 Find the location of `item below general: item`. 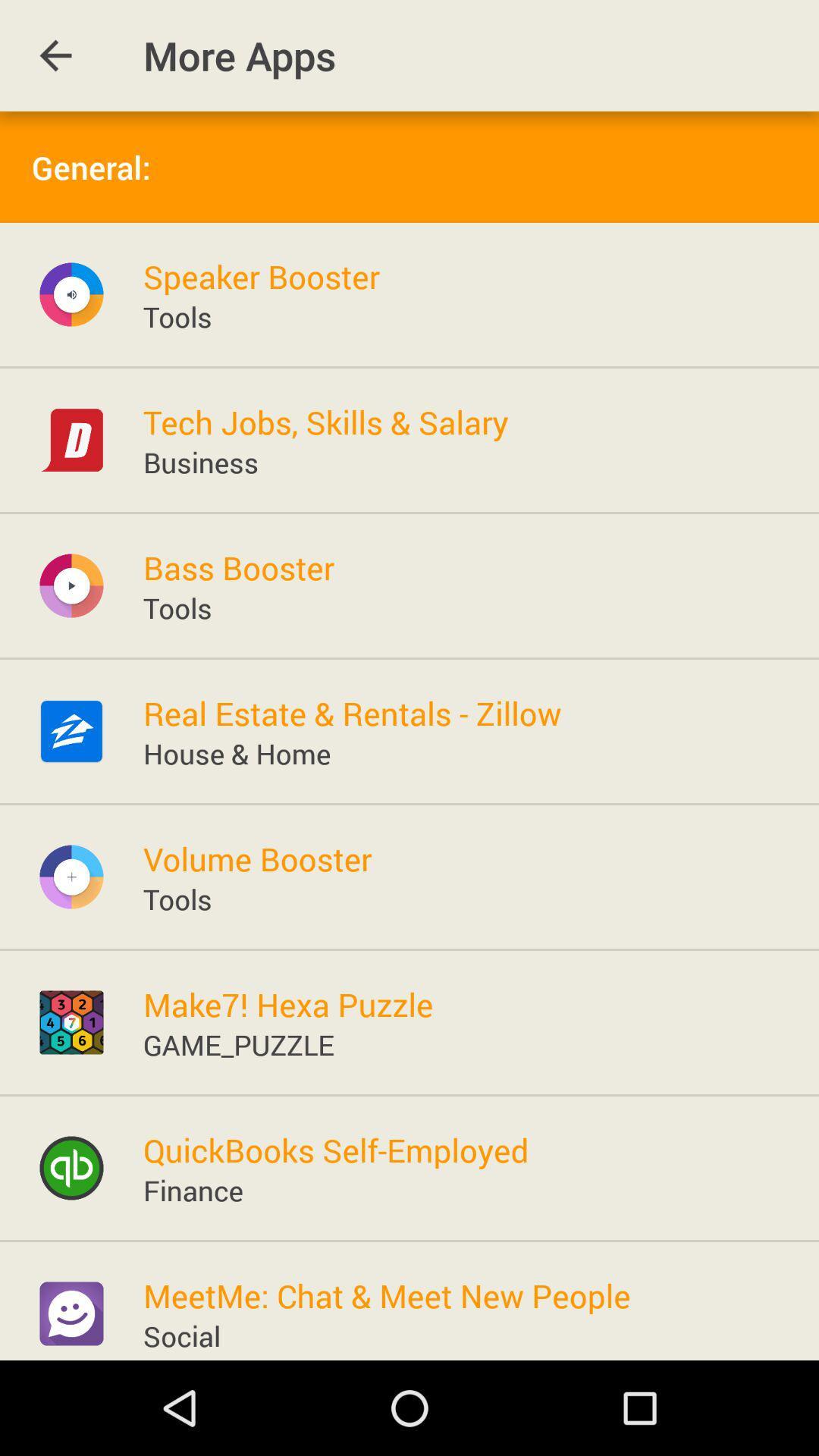

item below general: item is located at coordinates (260, 276).